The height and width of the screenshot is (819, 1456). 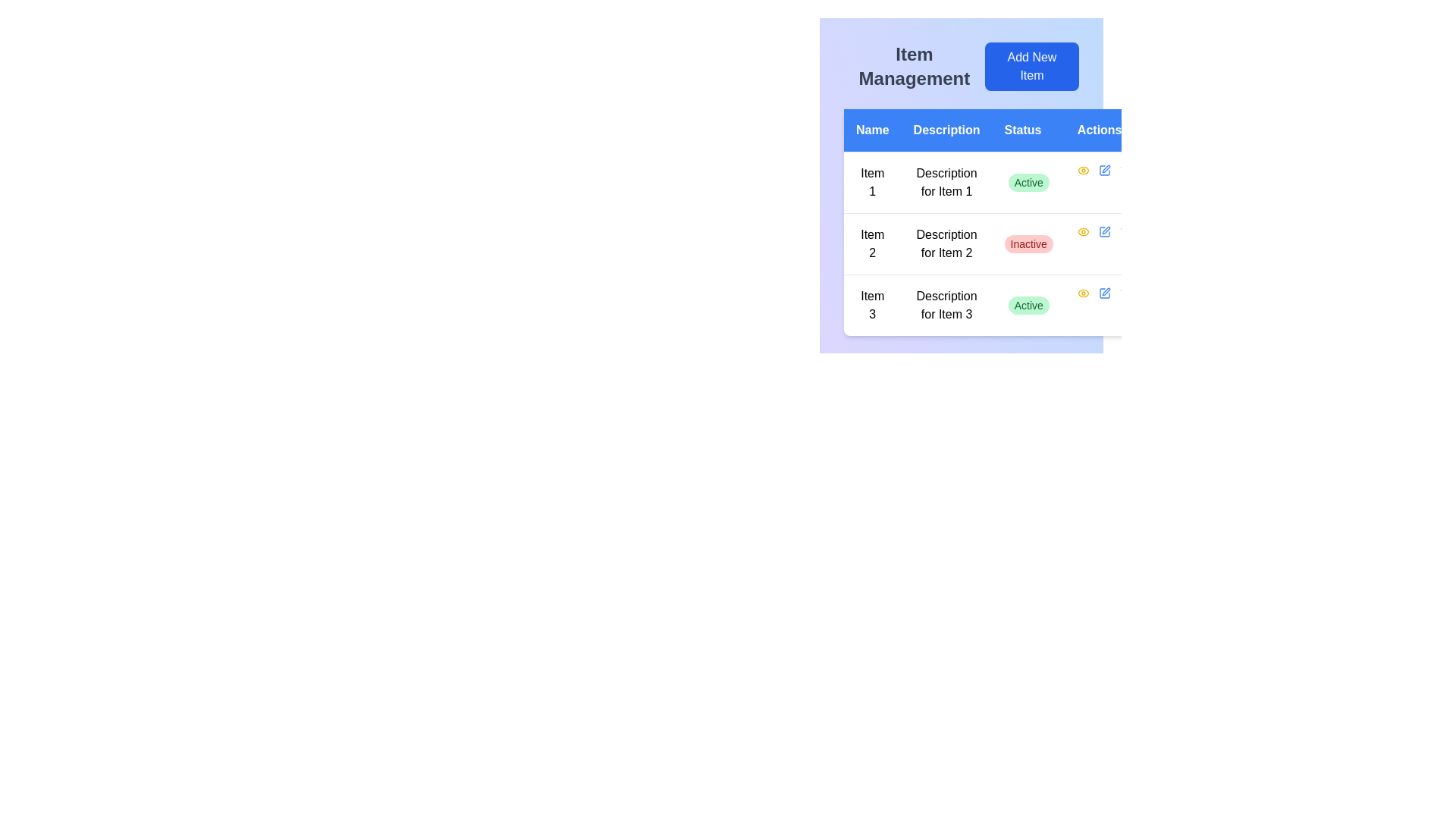 What do you see at coordinates (913, 66) in the screenshot?
I see `the static text heading in the upper-left portion of the interface, which serves as a section title above the item data table and to the left of the 'Add New Item' button` at bounding box center [913, 66].